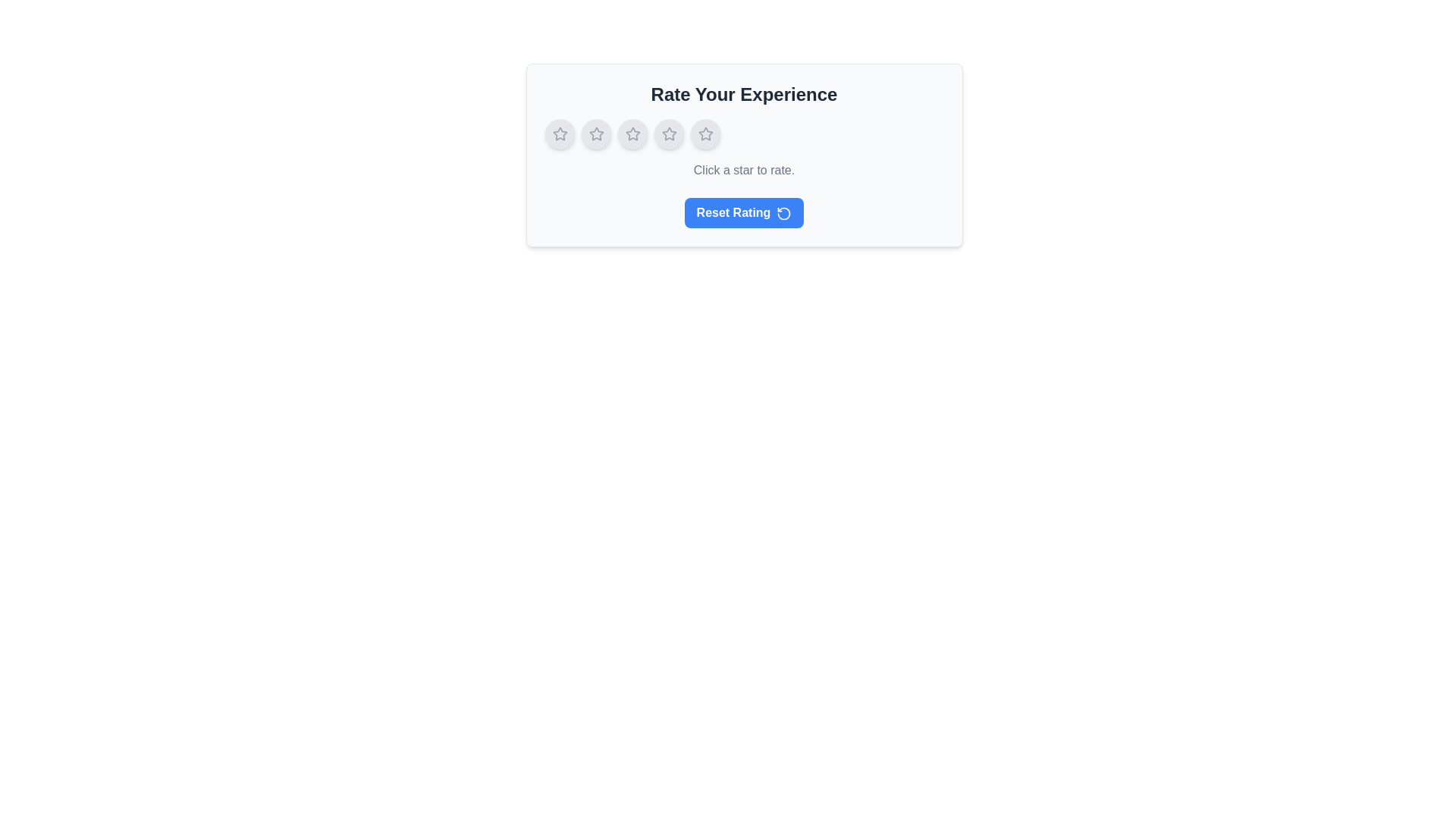 Image resolution: width=1456 pixels, height=819 pixels. I want to click on the fourth star icon in the horizontal row of rating stars, so click(668, 133).